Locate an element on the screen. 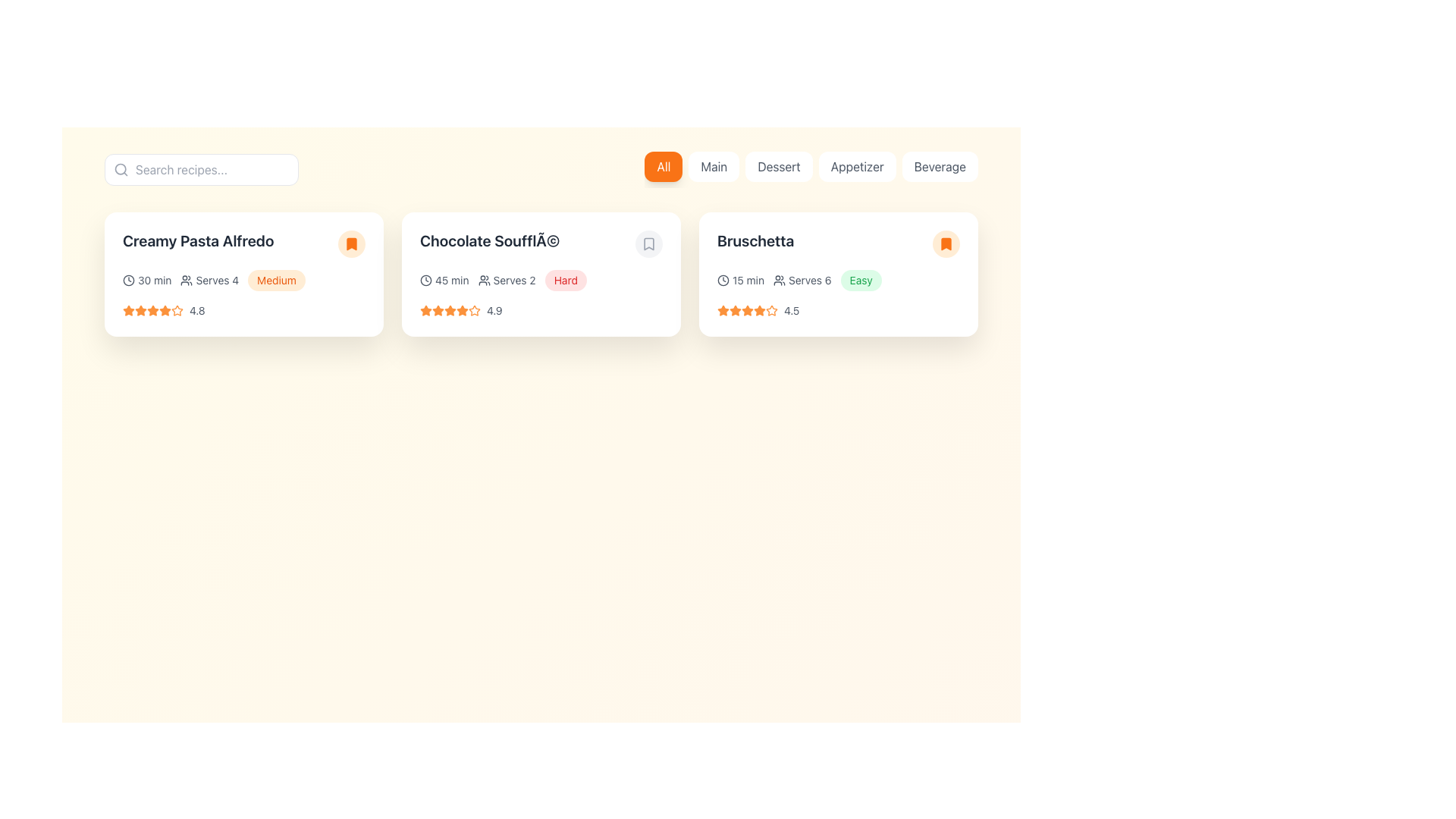 This screenshot has width=1456, height=819. the third star icon in the 5-star rating system of the 'Chocolate Soufflé' card is located at coordinates (450, 309).